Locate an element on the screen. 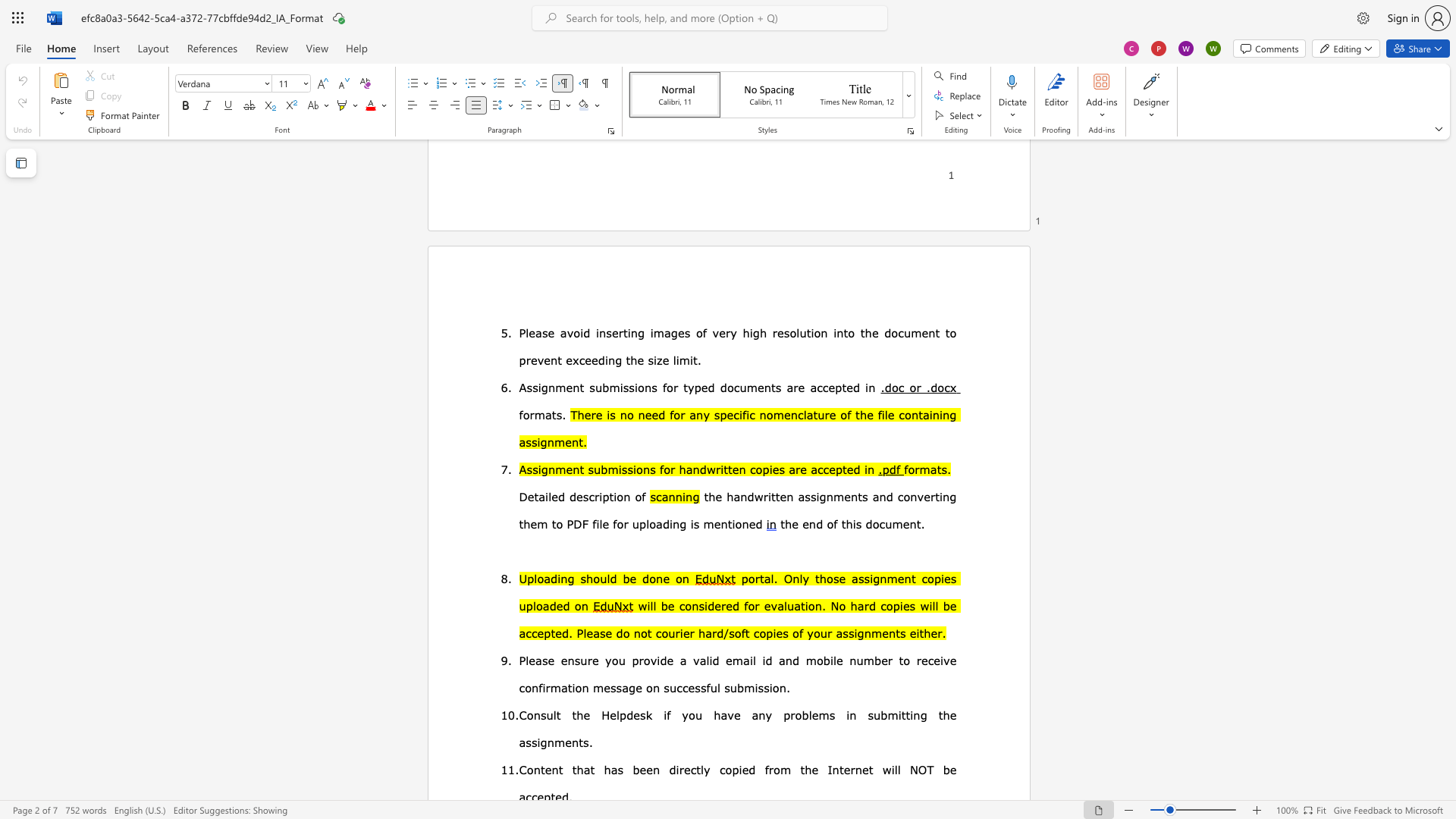 This screenshot has height=819, width=1456. the 1th character "k" in the text is located at coordinates (648, 714).